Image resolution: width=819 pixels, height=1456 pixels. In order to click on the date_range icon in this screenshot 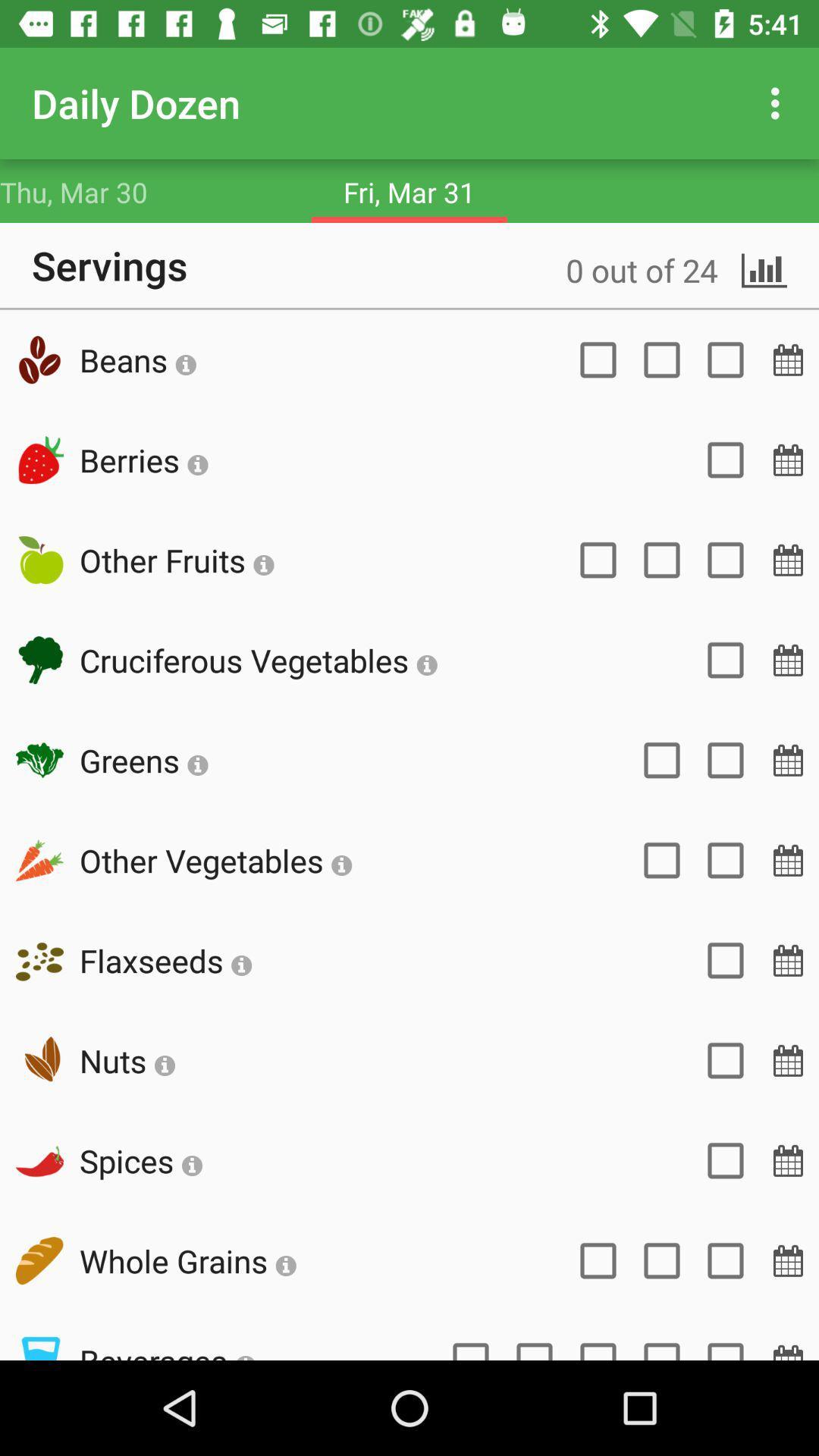, I will do `click(787, 1260)`.